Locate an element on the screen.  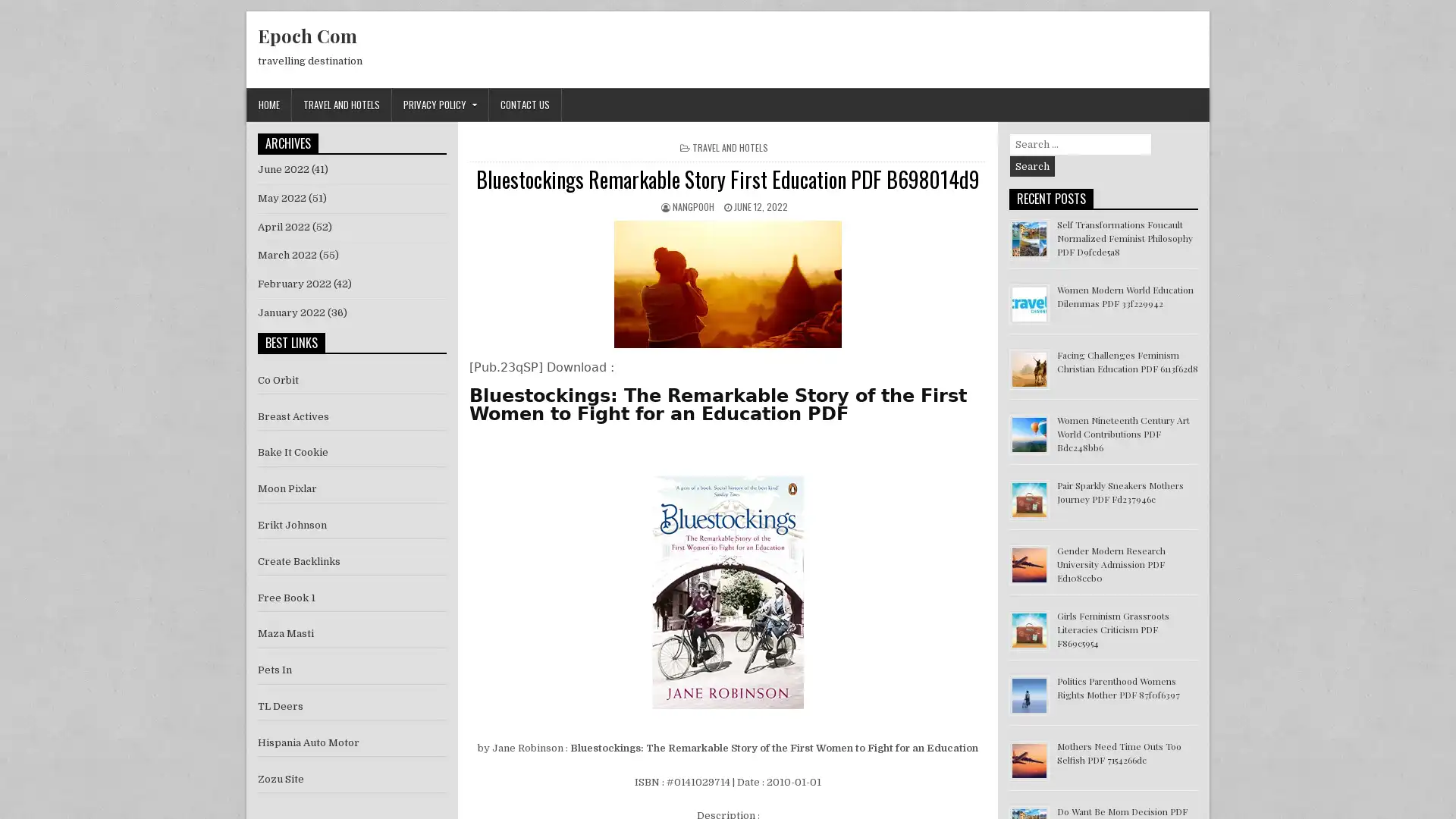
Search is located at coordinates (1031, 166).